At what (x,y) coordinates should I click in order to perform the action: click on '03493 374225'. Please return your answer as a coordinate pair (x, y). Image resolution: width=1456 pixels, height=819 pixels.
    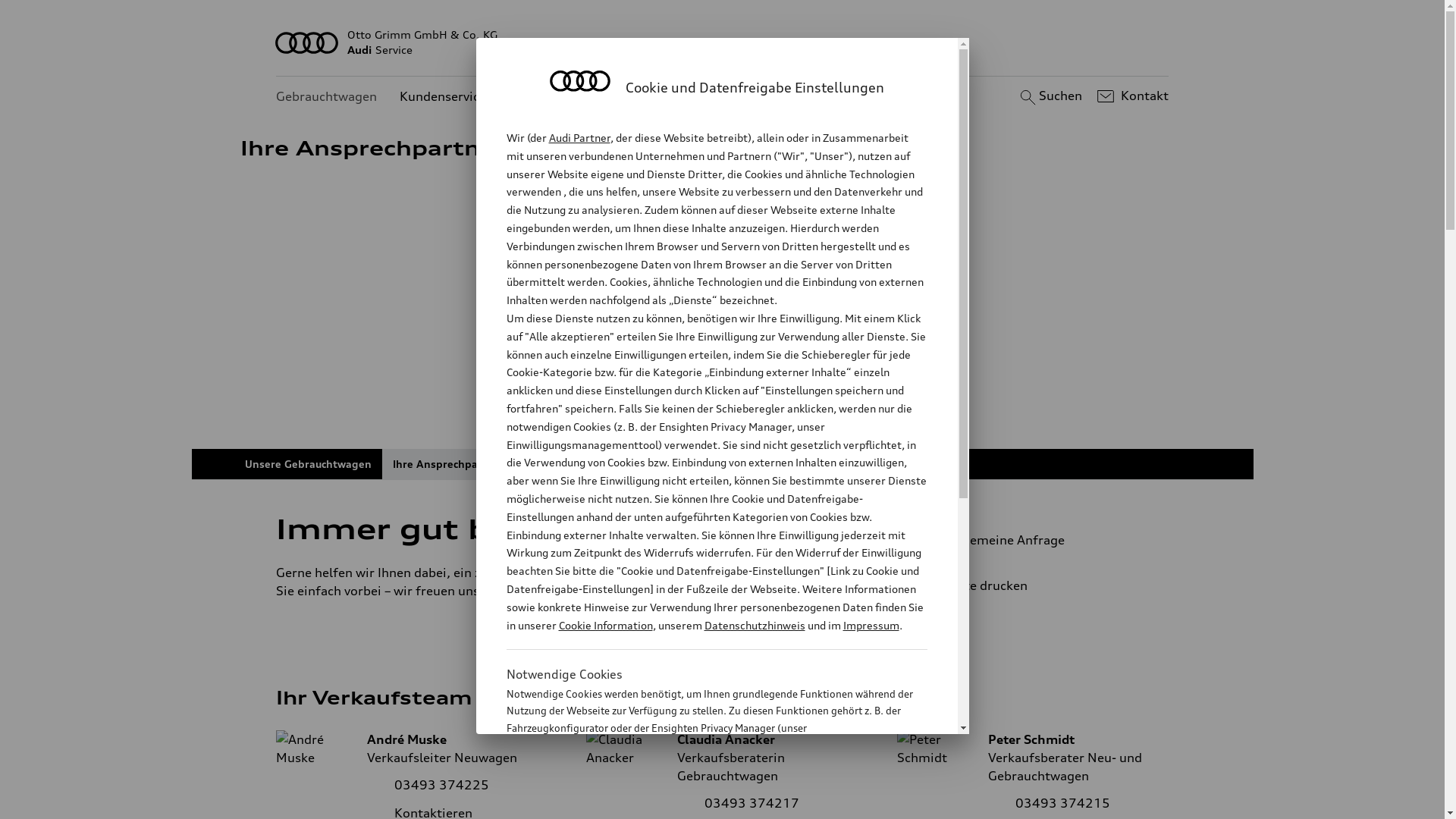
    Looking at the image, I should click on (441, 784).